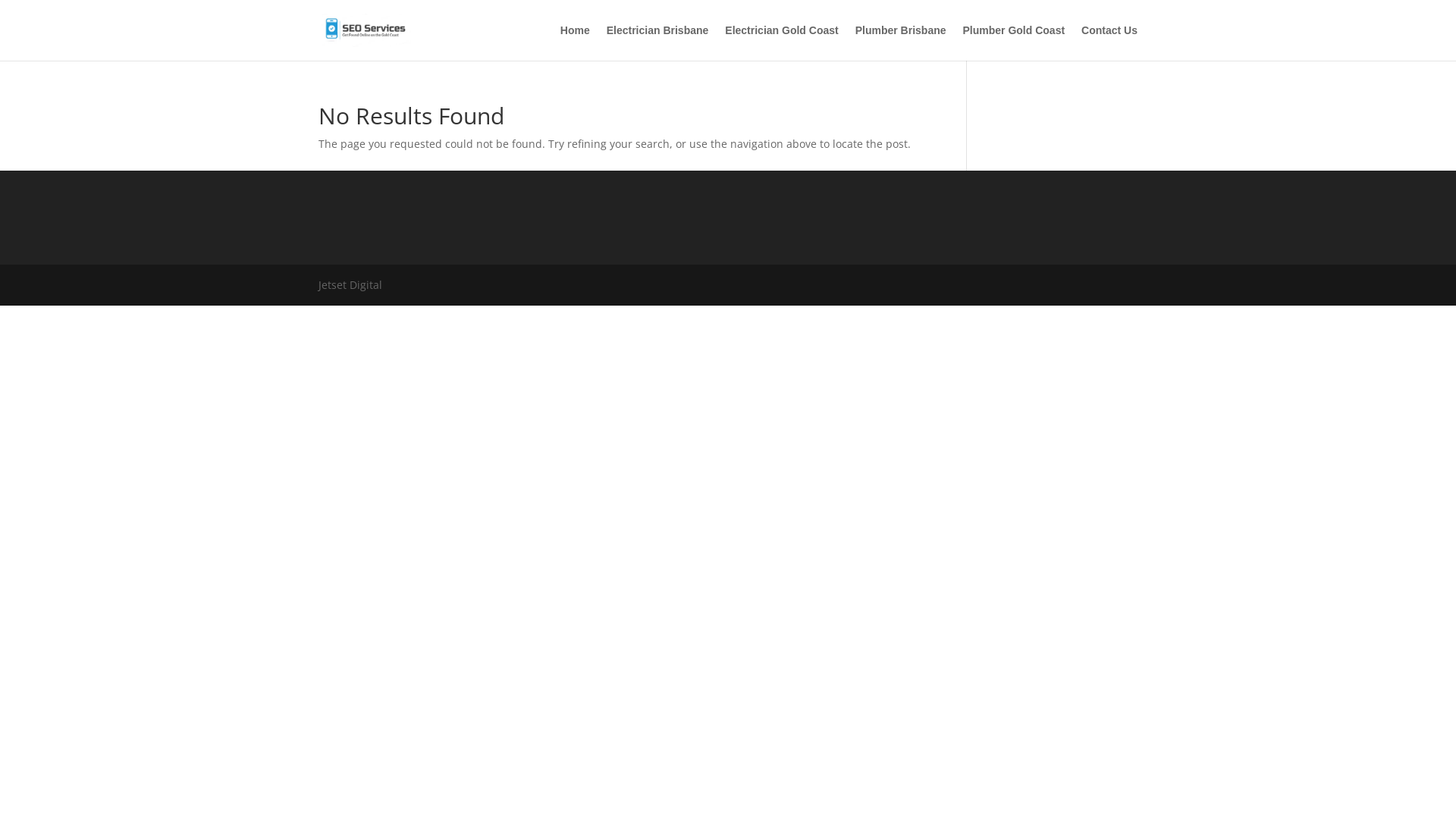  Describe the element at coordinates (657, 42) in the screenshot. I see `'Electrician Brisbane'` at that location.